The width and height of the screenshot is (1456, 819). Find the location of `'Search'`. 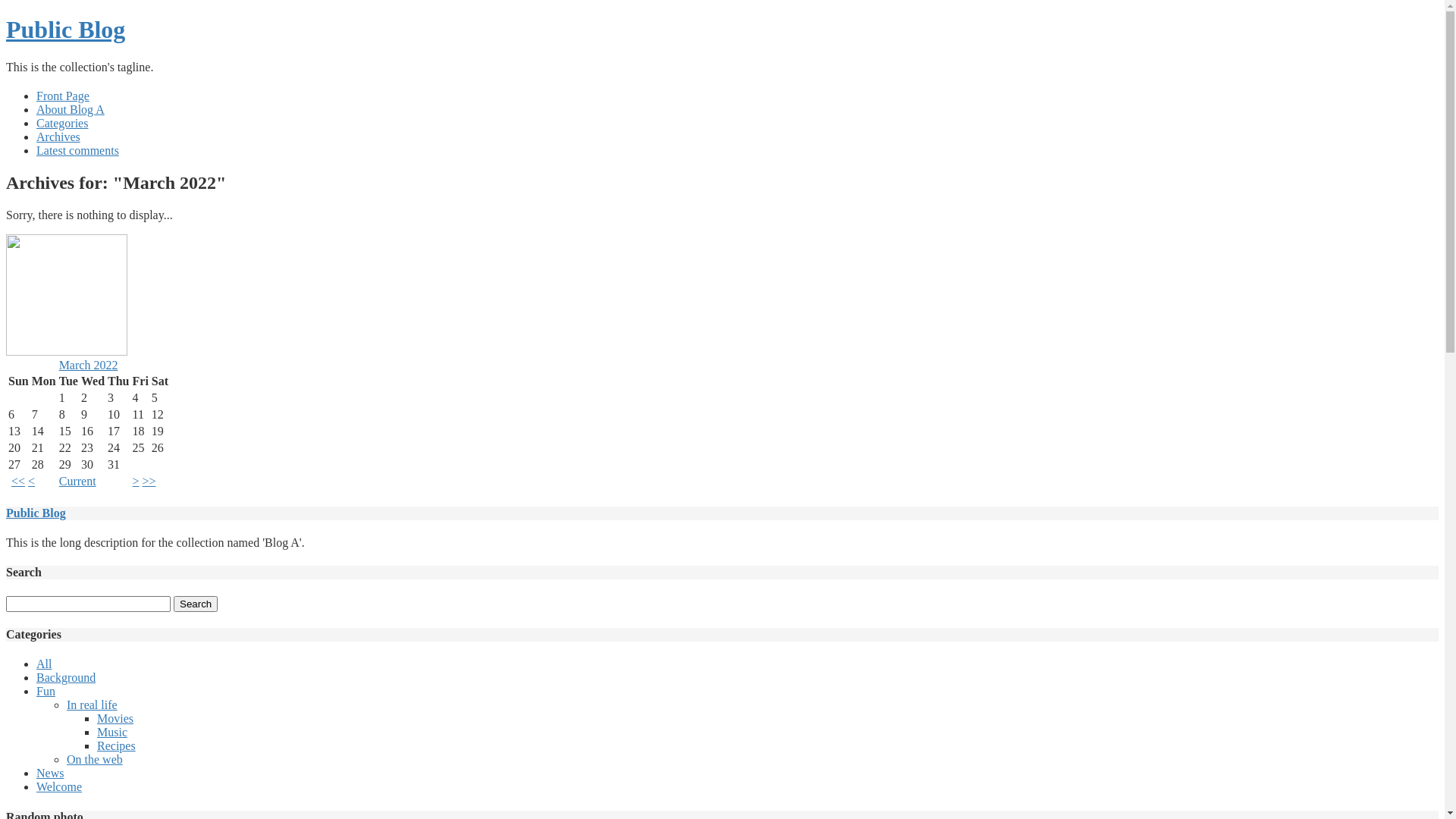

'Search' is located at coordinates (195, 603).